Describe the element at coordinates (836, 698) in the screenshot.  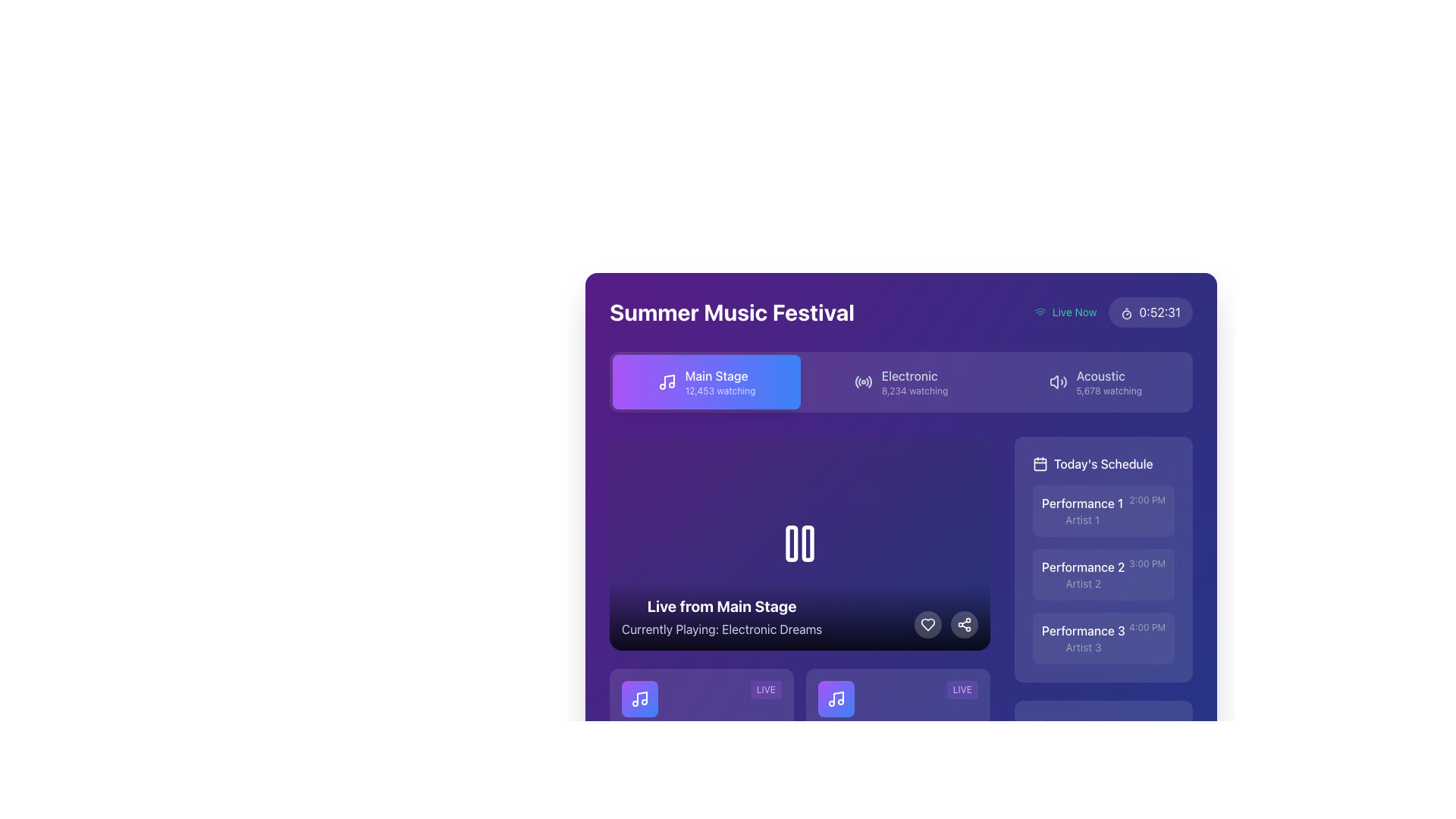
I see `the second button from the left, which has a gradient background from purple to blue and features a centered white music icon` at that location.